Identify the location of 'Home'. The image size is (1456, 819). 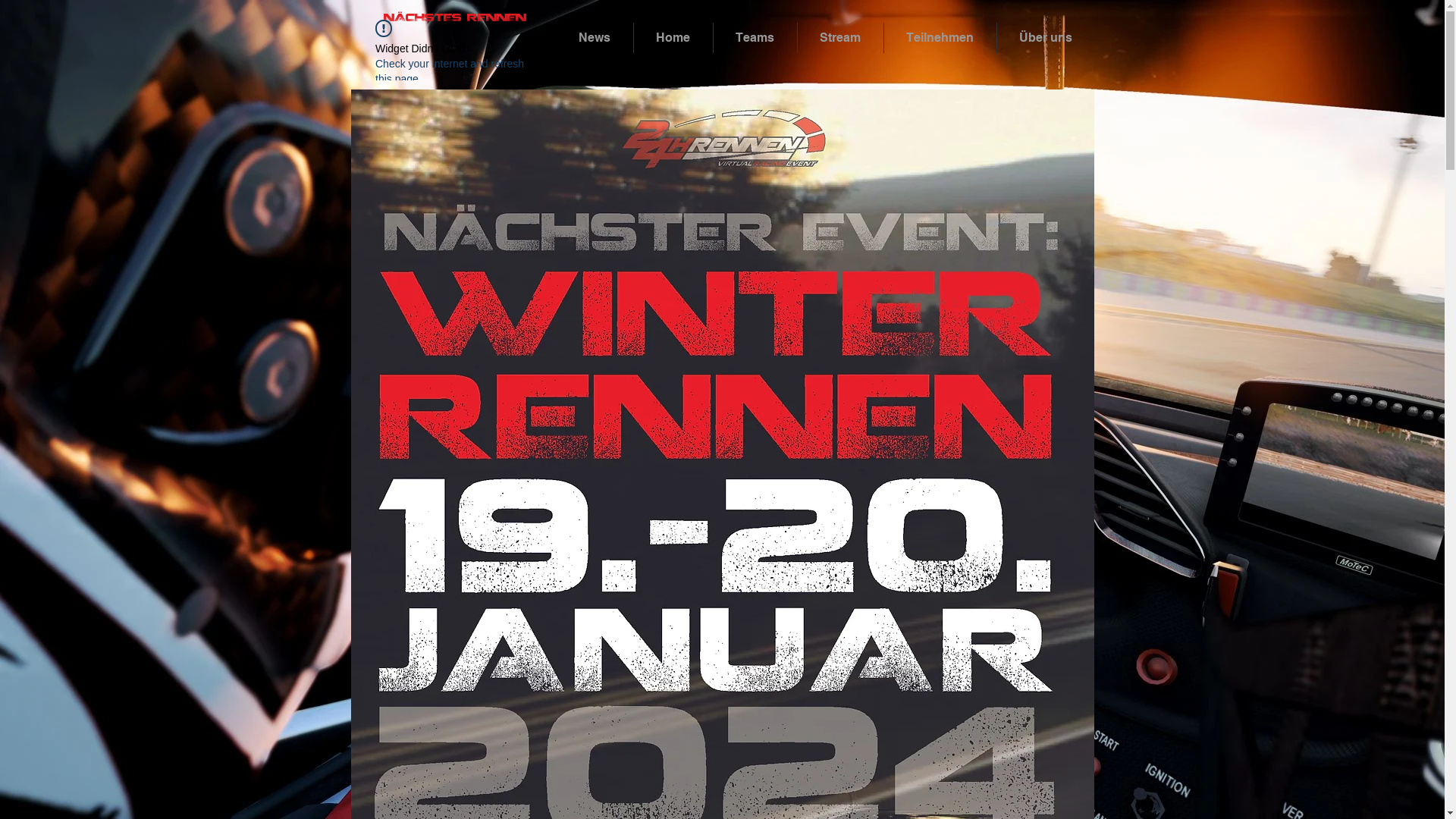
(633, 37).